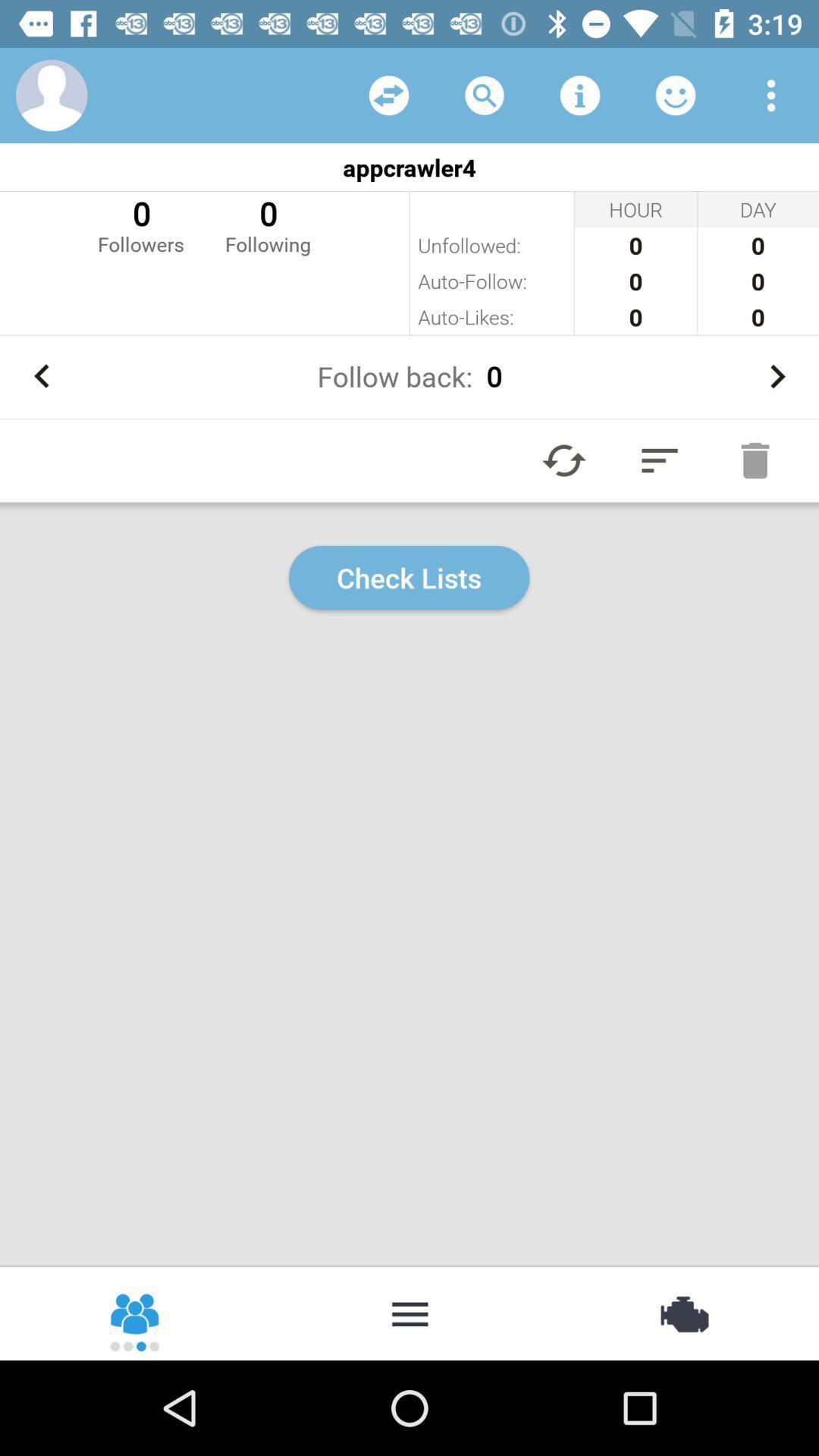 The height and width of the screenshot is (1456, 819). What do you see at coordinates (777, 376) in the screenshot?
I see `the arrow_forward icon` at bounding box center [777, 376].